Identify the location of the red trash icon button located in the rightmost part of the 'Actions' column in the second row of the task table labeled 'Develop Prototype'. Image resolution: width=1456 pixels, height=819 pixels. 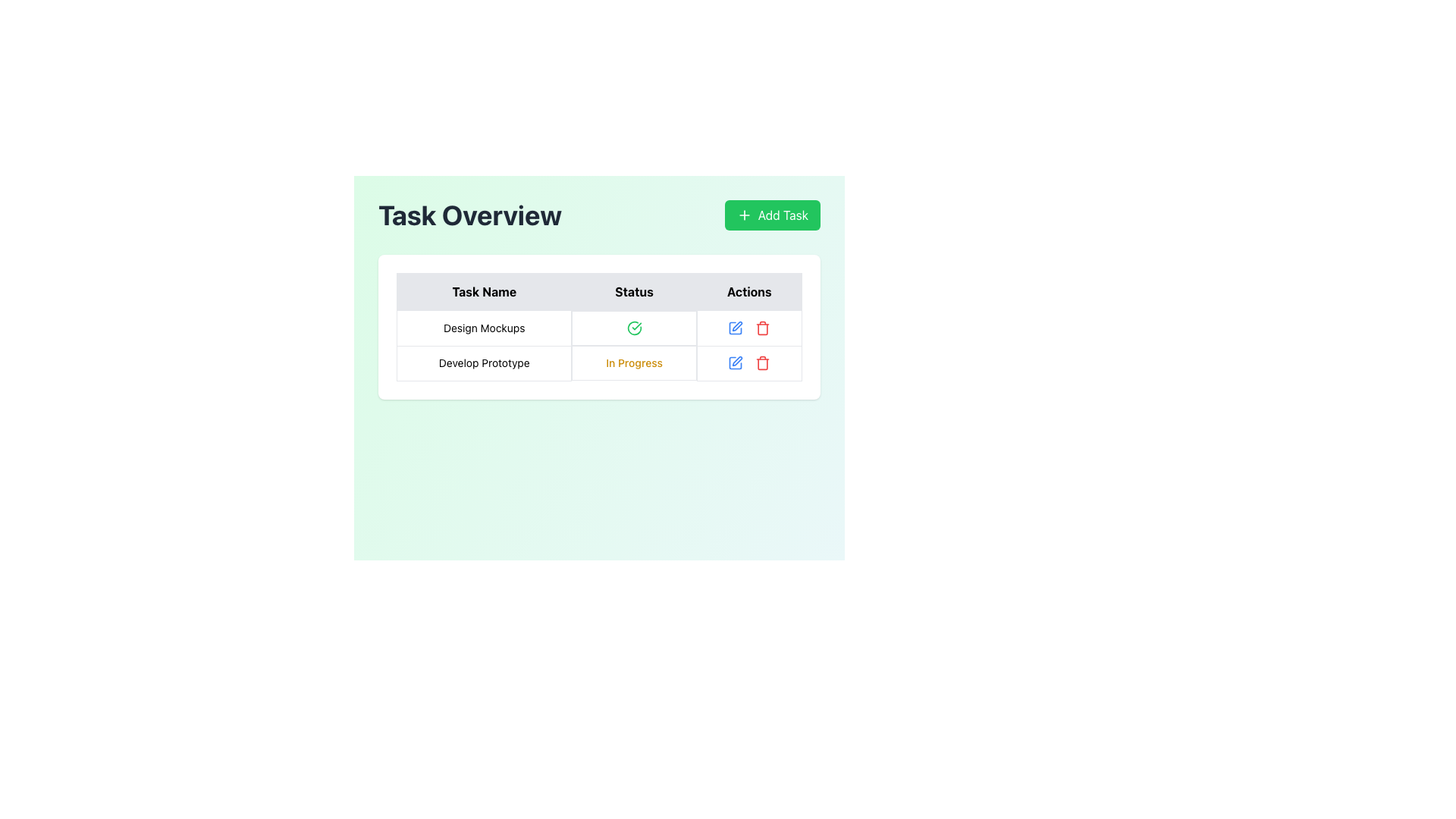
(763, 327).